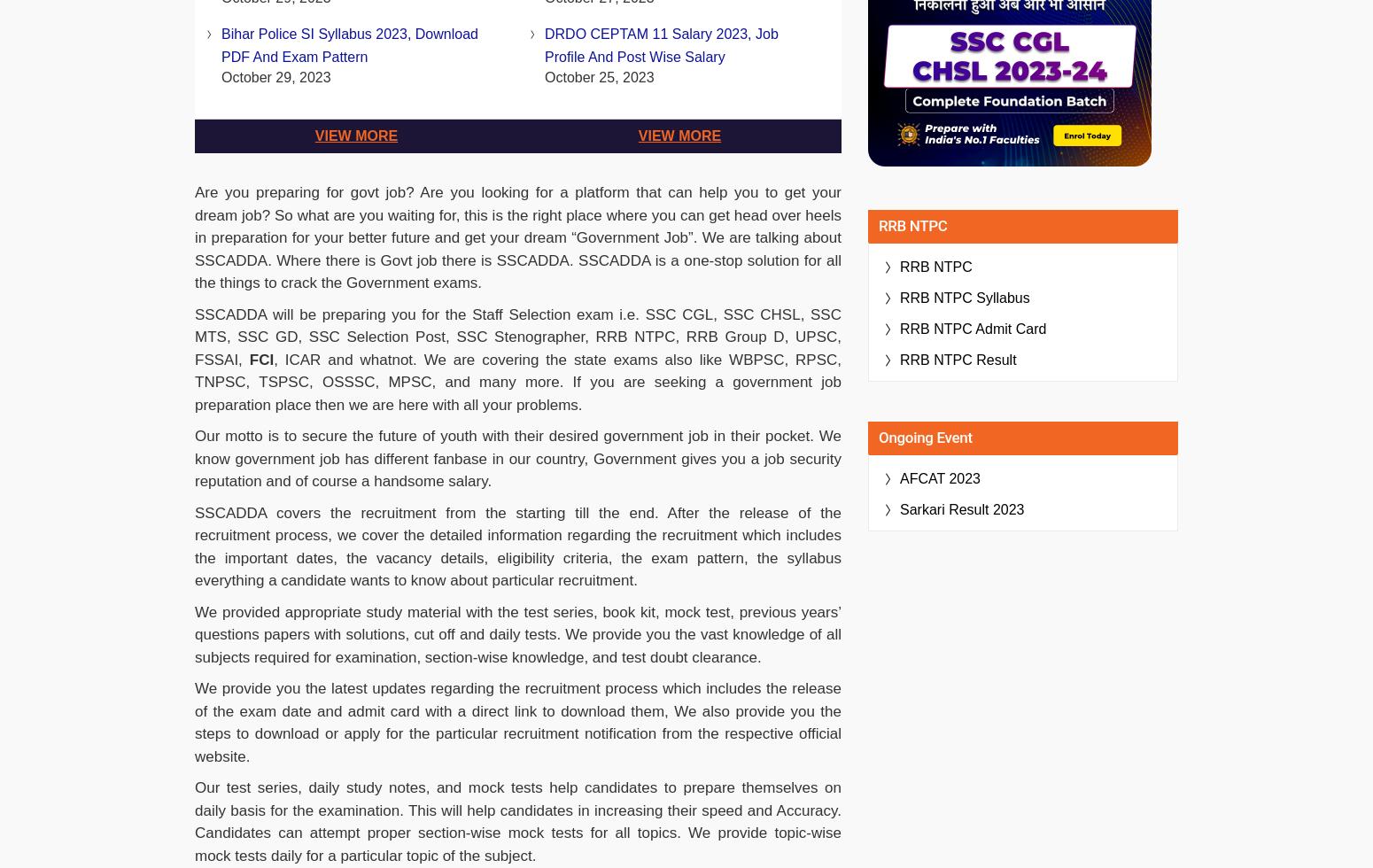  I want to click on 'Bihar Police SI Syllabus 2023, Download PDF and Exam Pattern', so click(349, 45).